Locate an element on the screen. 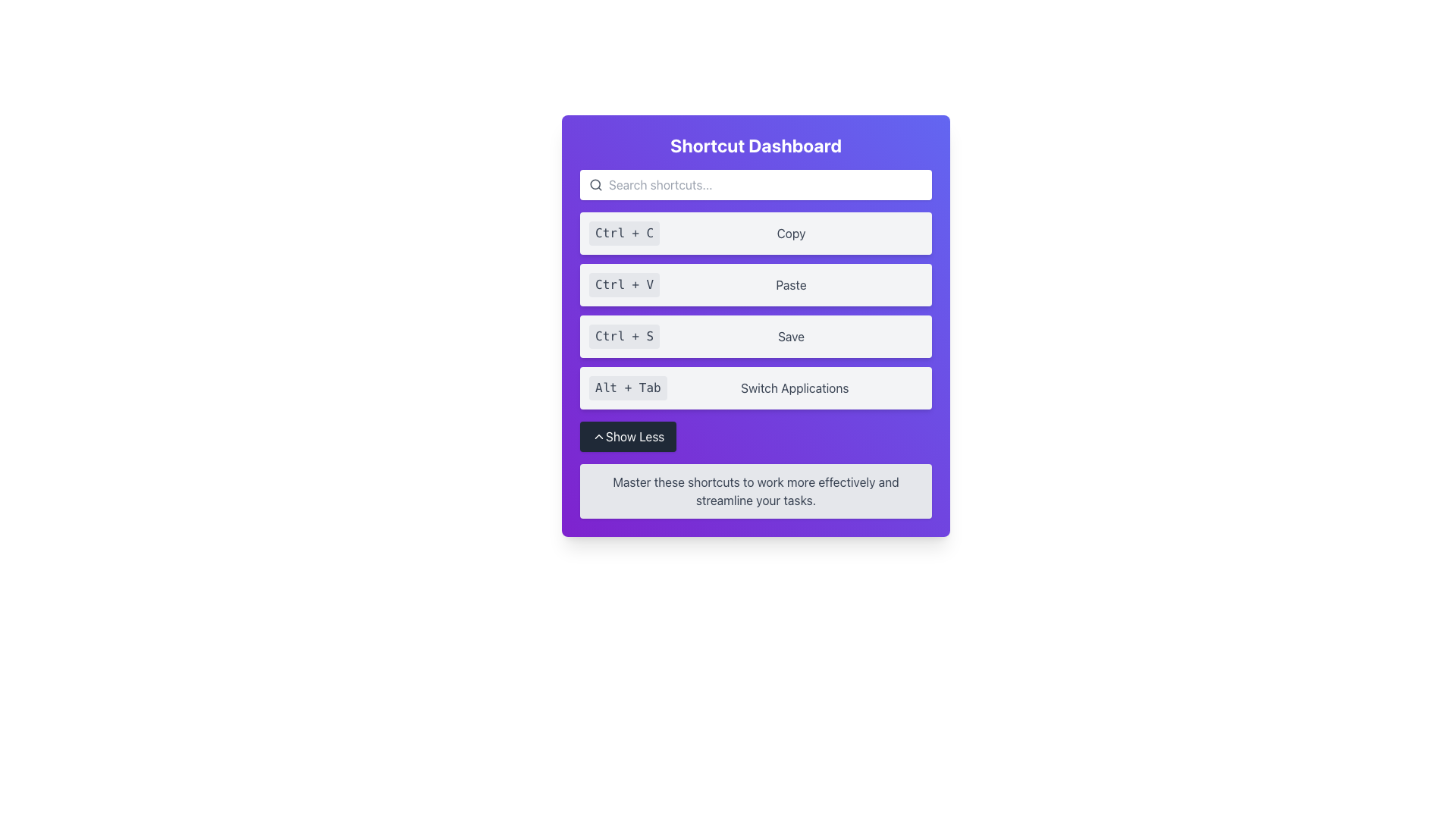 Image resolution: width=1456 pixels, height=819 pixels. the label displaying the keyboard shortcut 'Ctrl + V' for the 'Paste' operation, located on the left side of the Shortcut Dashboard is located at coordinates (624, 284).